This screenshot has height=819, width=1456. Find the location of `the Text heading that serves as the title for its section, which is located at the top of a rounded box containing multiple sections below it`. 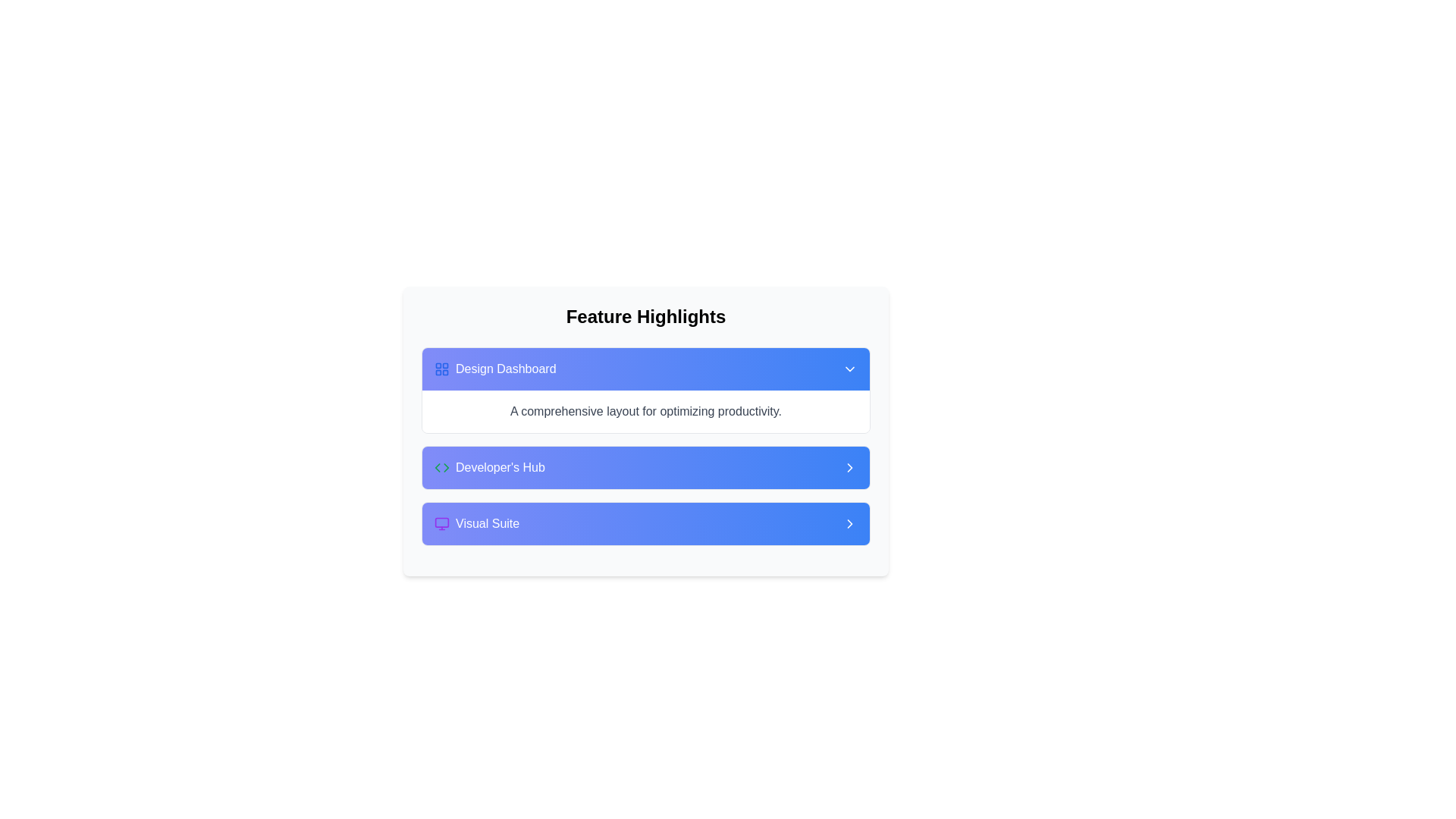

the Text heading that serves as the title for its section, which is located at the top of a rounded box containing multiple sections below it is located at coordinates (645, 315).